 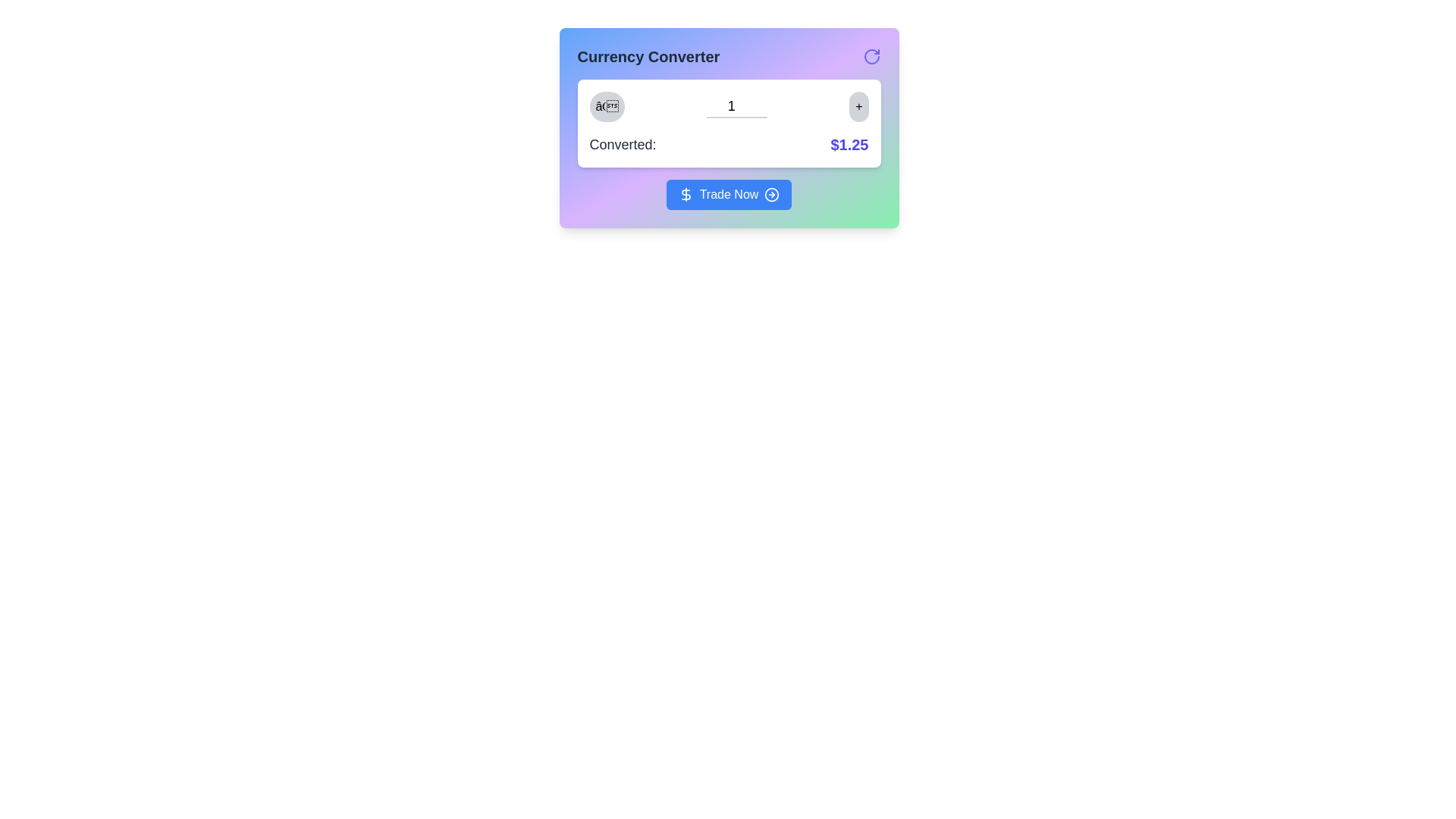 I want to click on the 'Trade Now' button located in the lower section of the interface, so click(x=729, y=194).